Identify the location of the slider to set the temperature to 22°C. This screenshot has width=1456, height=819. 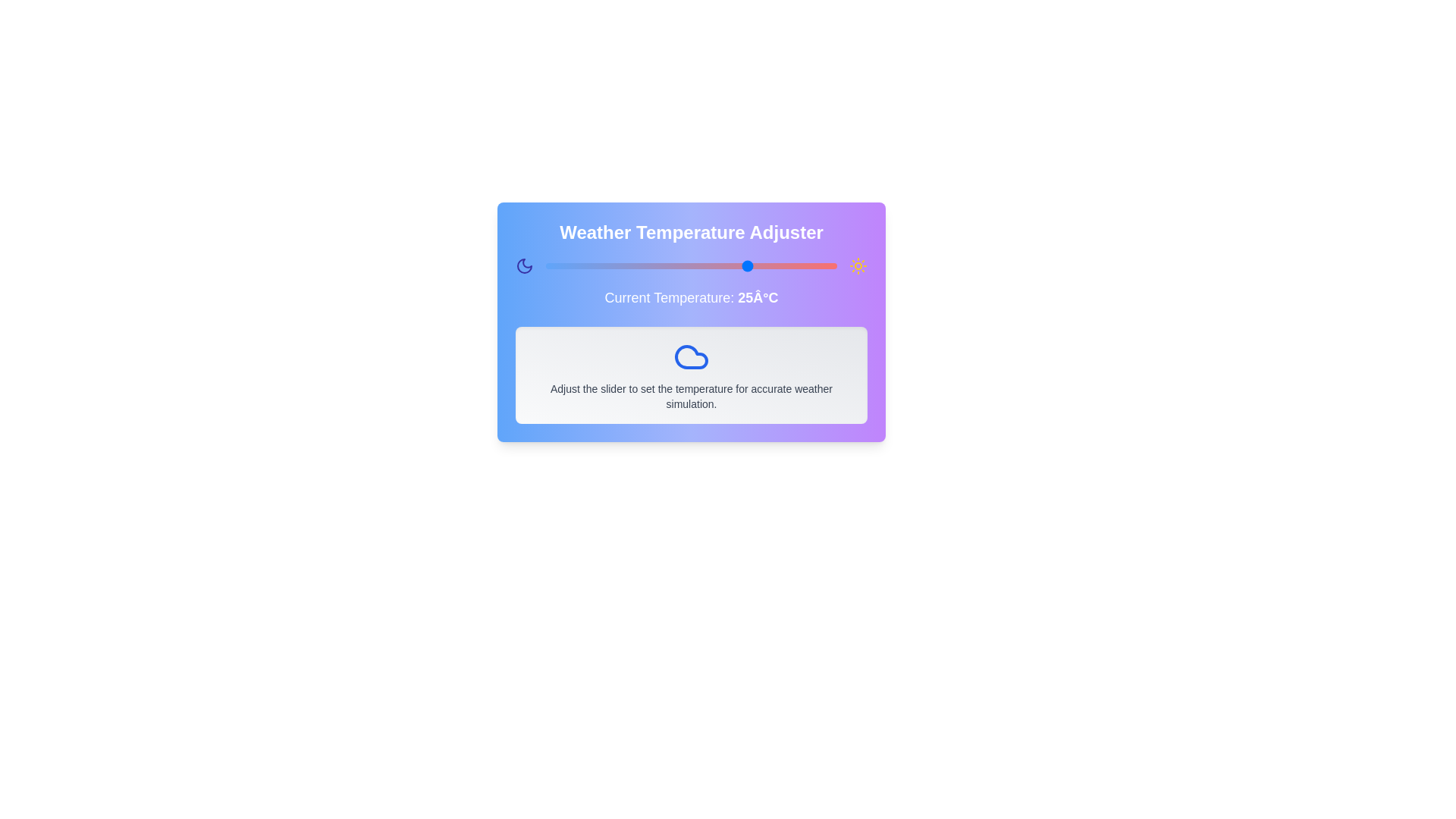
(732, 265).